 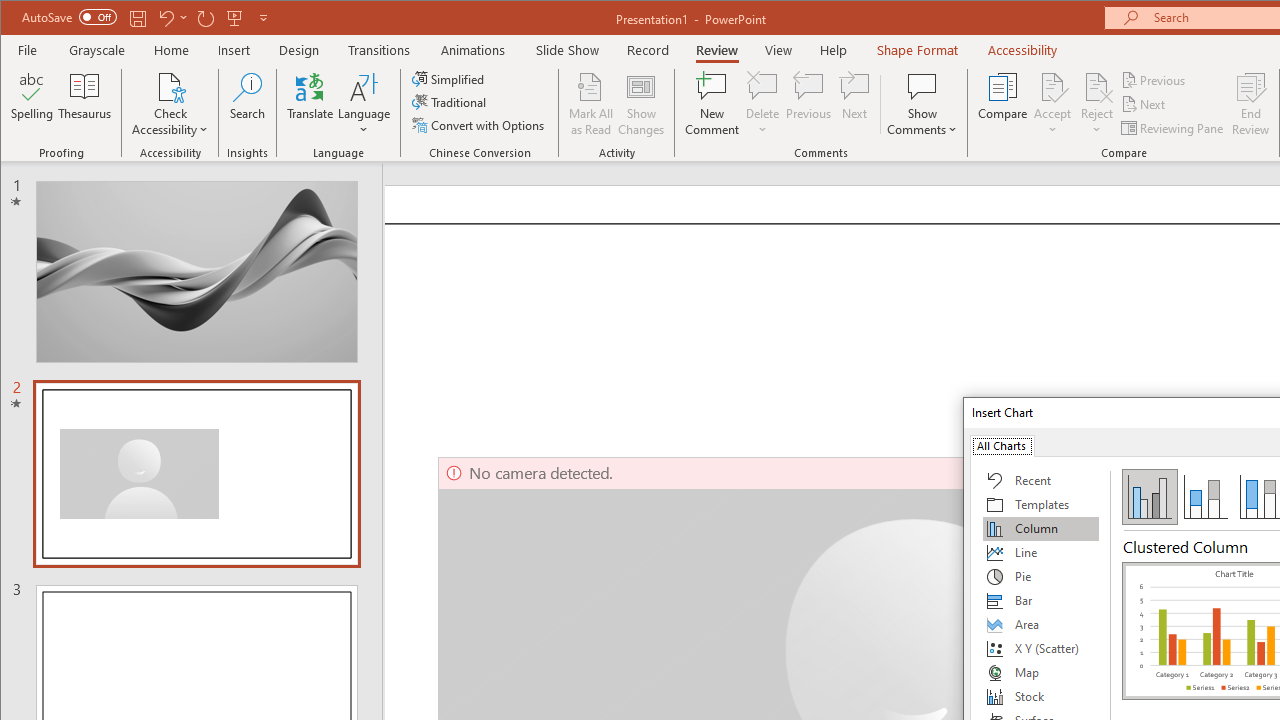 What do you see at coordinates (364, 104) in the screenshot?
I see `'Language'` at bounding box center [364, 104].